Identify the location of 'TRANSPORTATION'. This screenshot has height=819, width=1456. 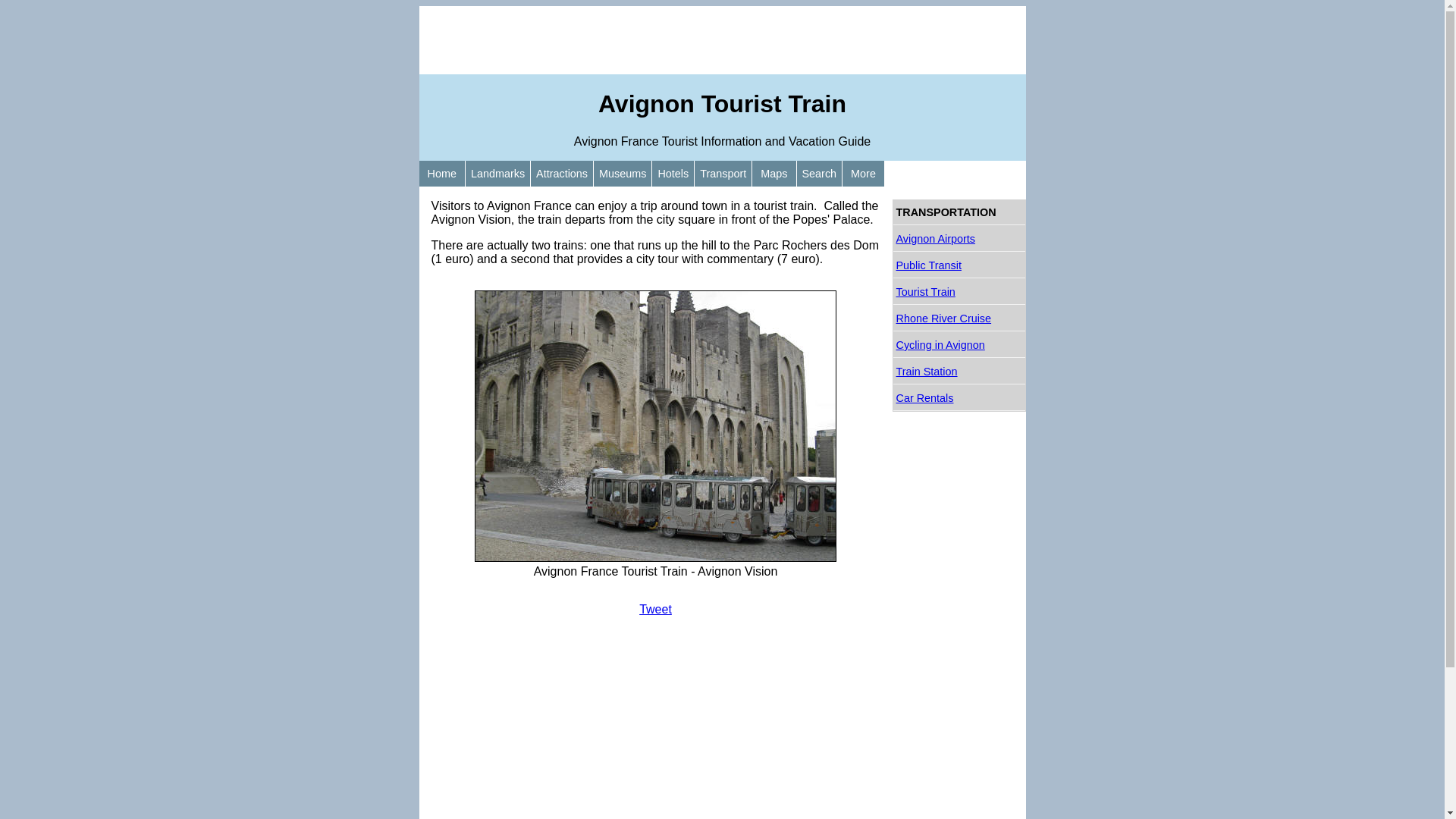
(959, 212).